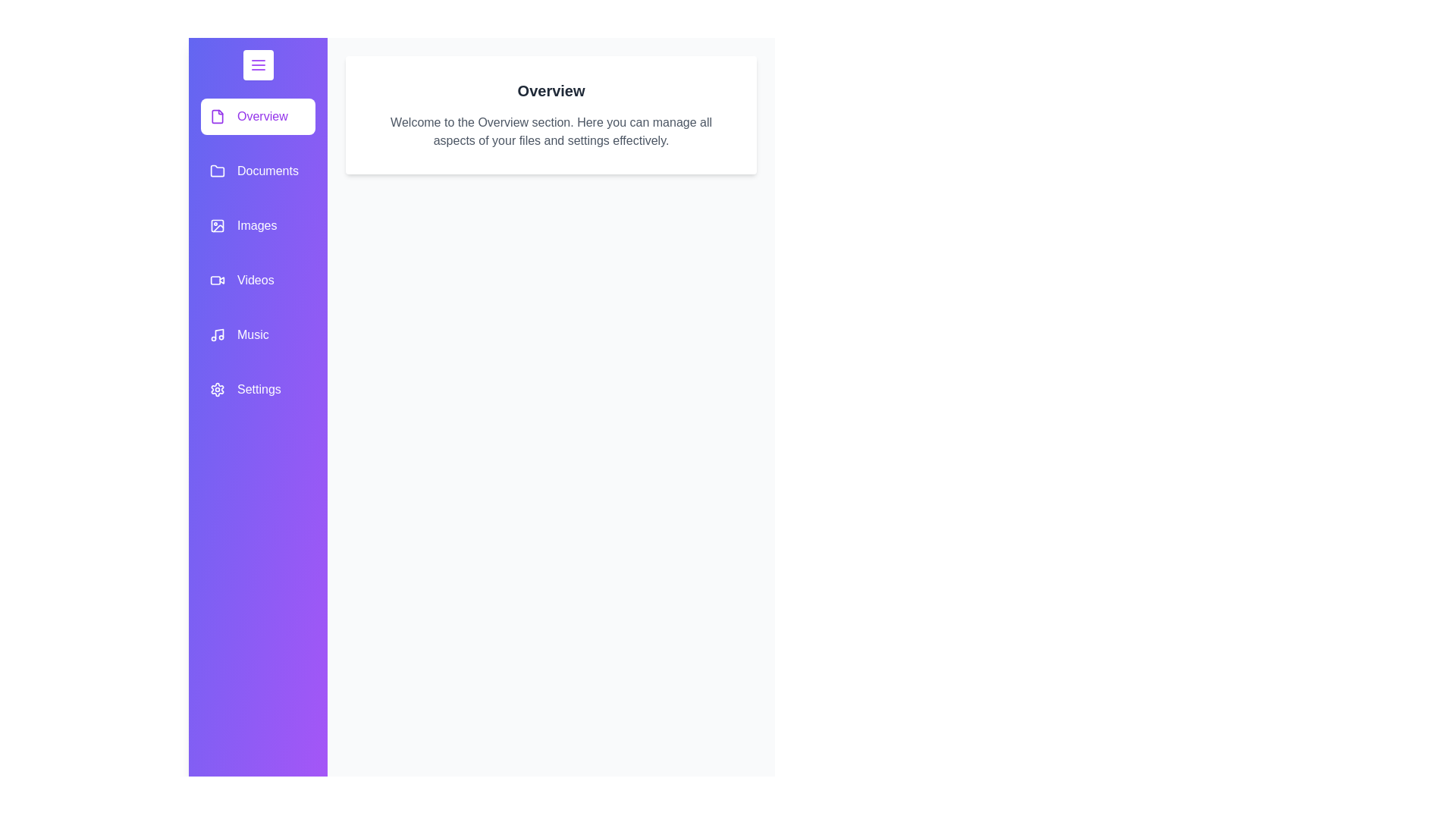  What do you see at coordinates (258, 281) in the screenshot?
I see `the category item labeled Videos in the drawer` at bounding box center [258, 281].